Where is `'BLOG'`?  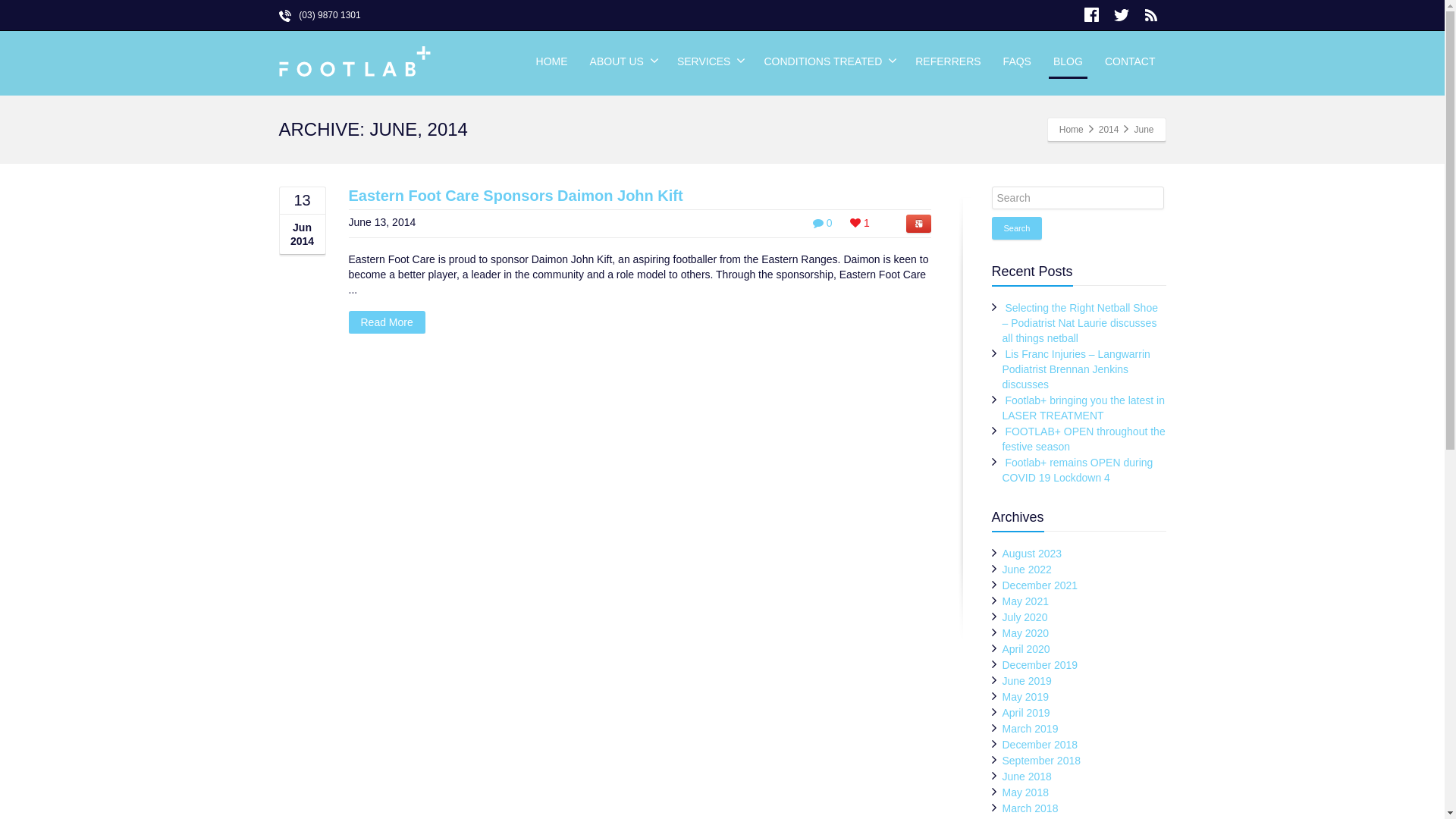
'BLOG' is located at coordinates (1067, 61).